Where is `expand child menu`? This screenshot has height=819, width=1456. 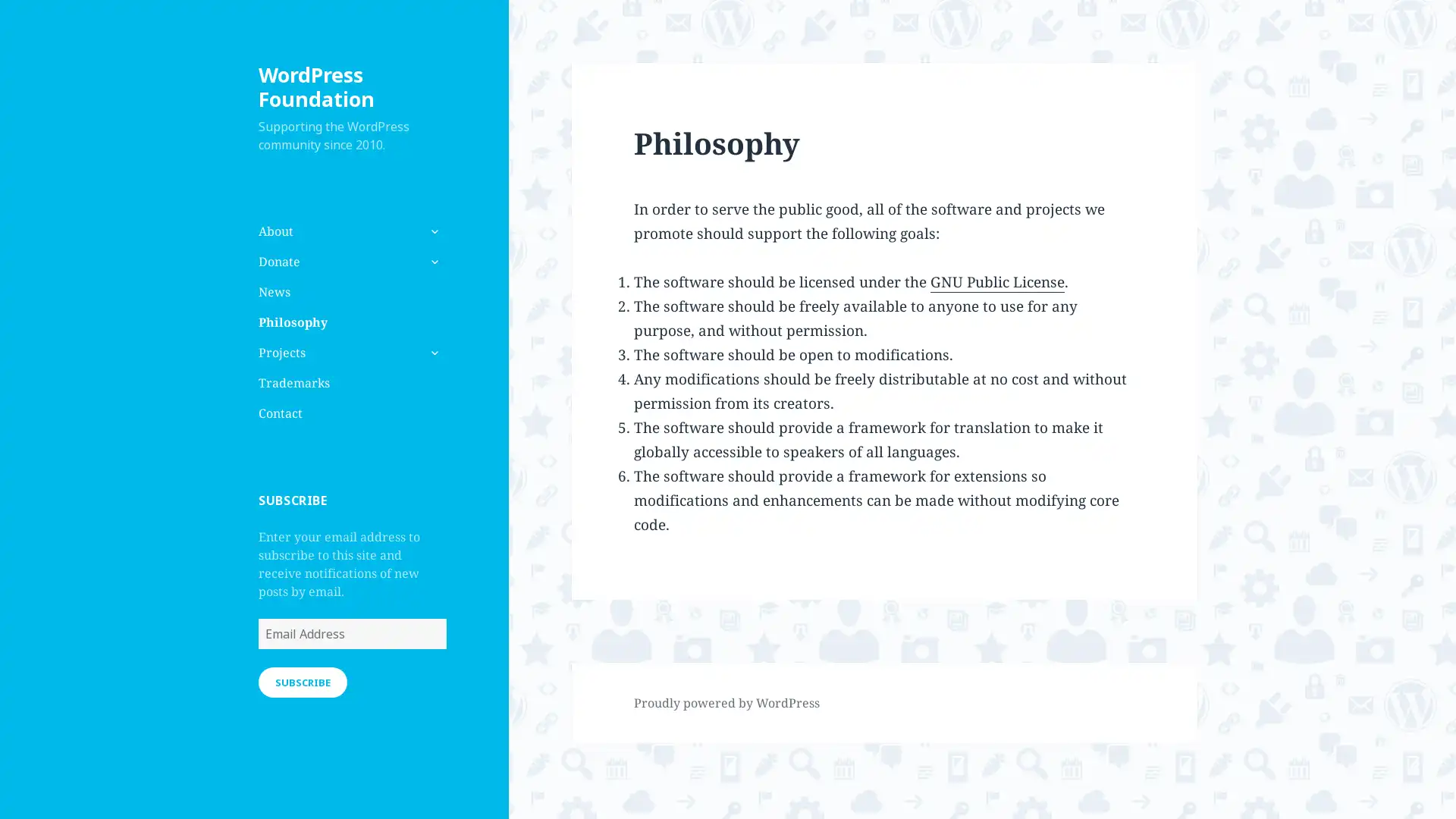
expand child menu is located at coordinates (432, 353).